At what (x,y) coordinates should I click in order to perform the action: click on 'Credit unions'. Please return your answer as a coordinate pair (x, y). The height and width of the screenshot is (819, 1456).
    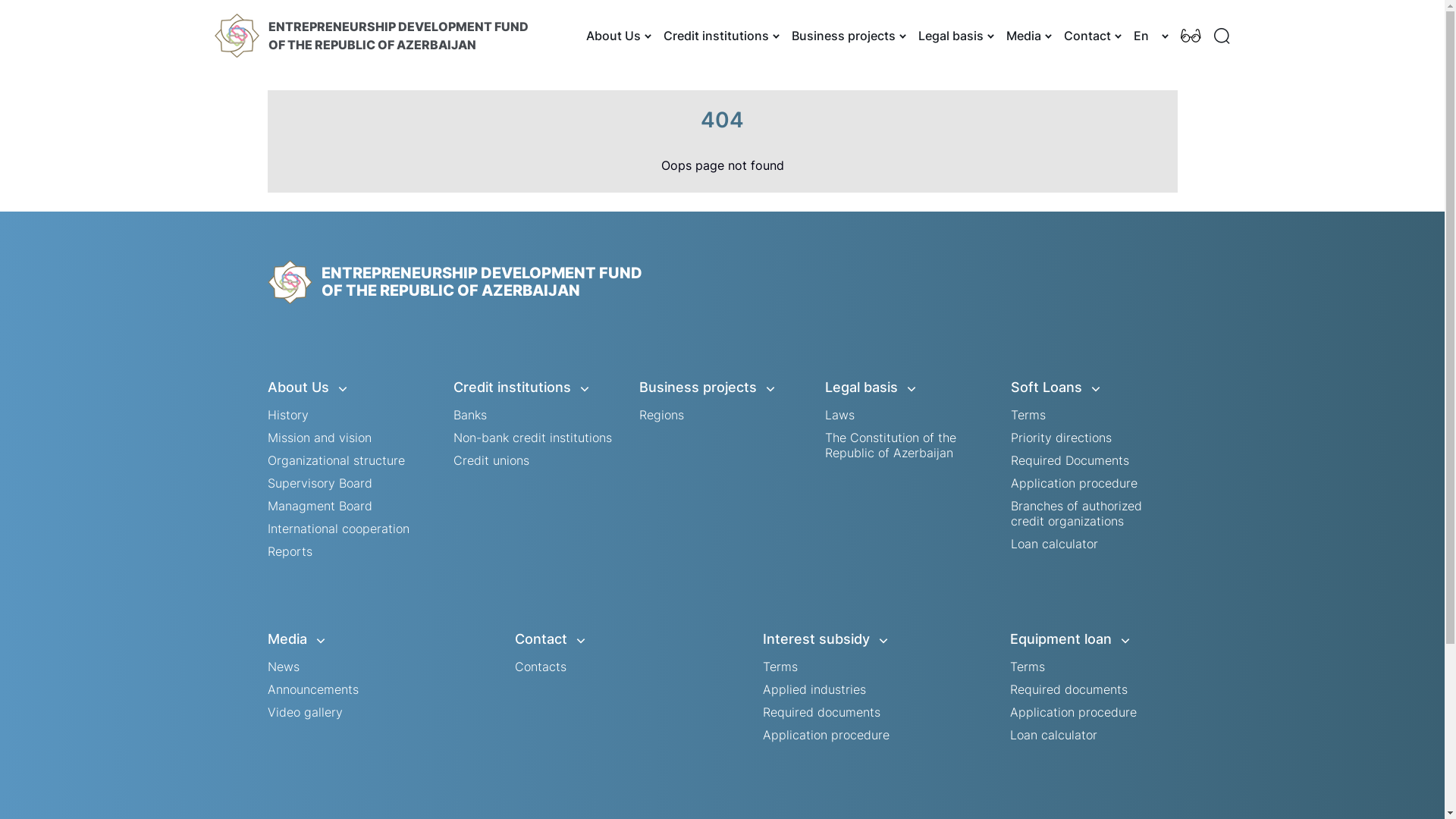
    Looking at the image, I should click on (491, 459).